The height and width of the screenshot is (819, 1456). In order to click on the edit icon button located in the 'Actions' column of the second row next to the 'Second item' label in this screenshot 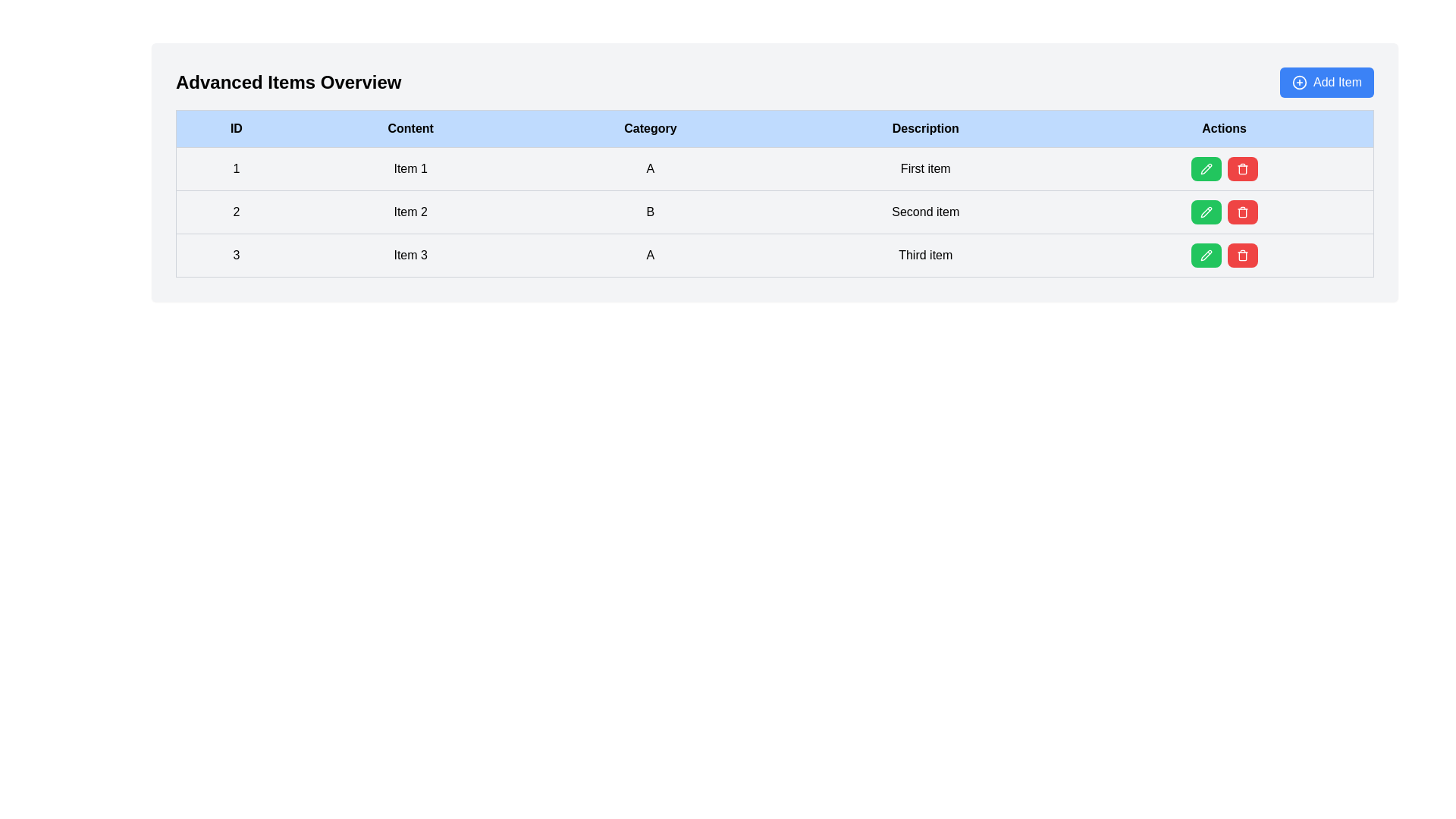, I will do `click(1205, 212)`.